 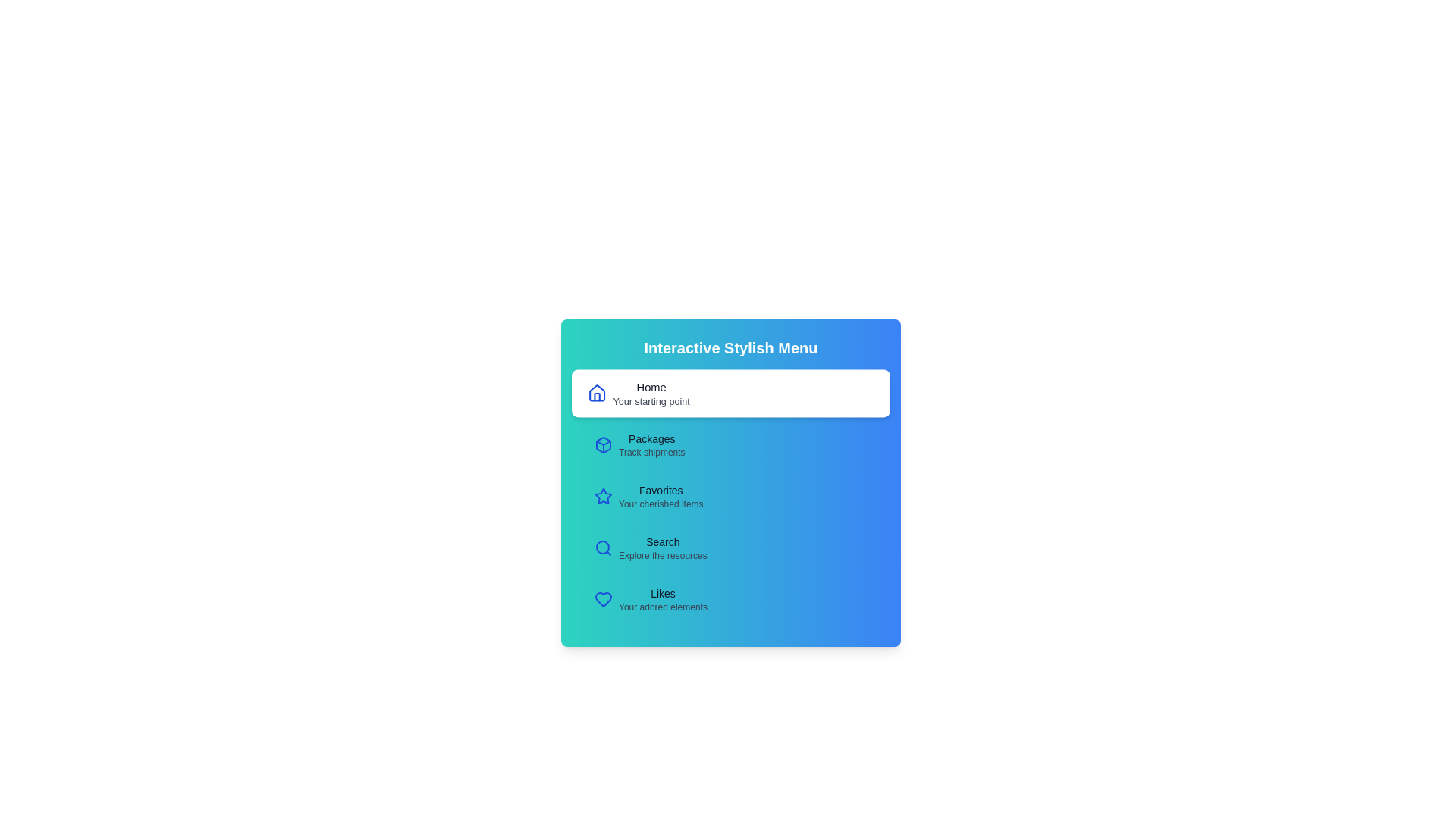 What do you see at coordinates (731, 598) in the screenshot?
I see `the menu item Likes` at bounding box center [731, 598].